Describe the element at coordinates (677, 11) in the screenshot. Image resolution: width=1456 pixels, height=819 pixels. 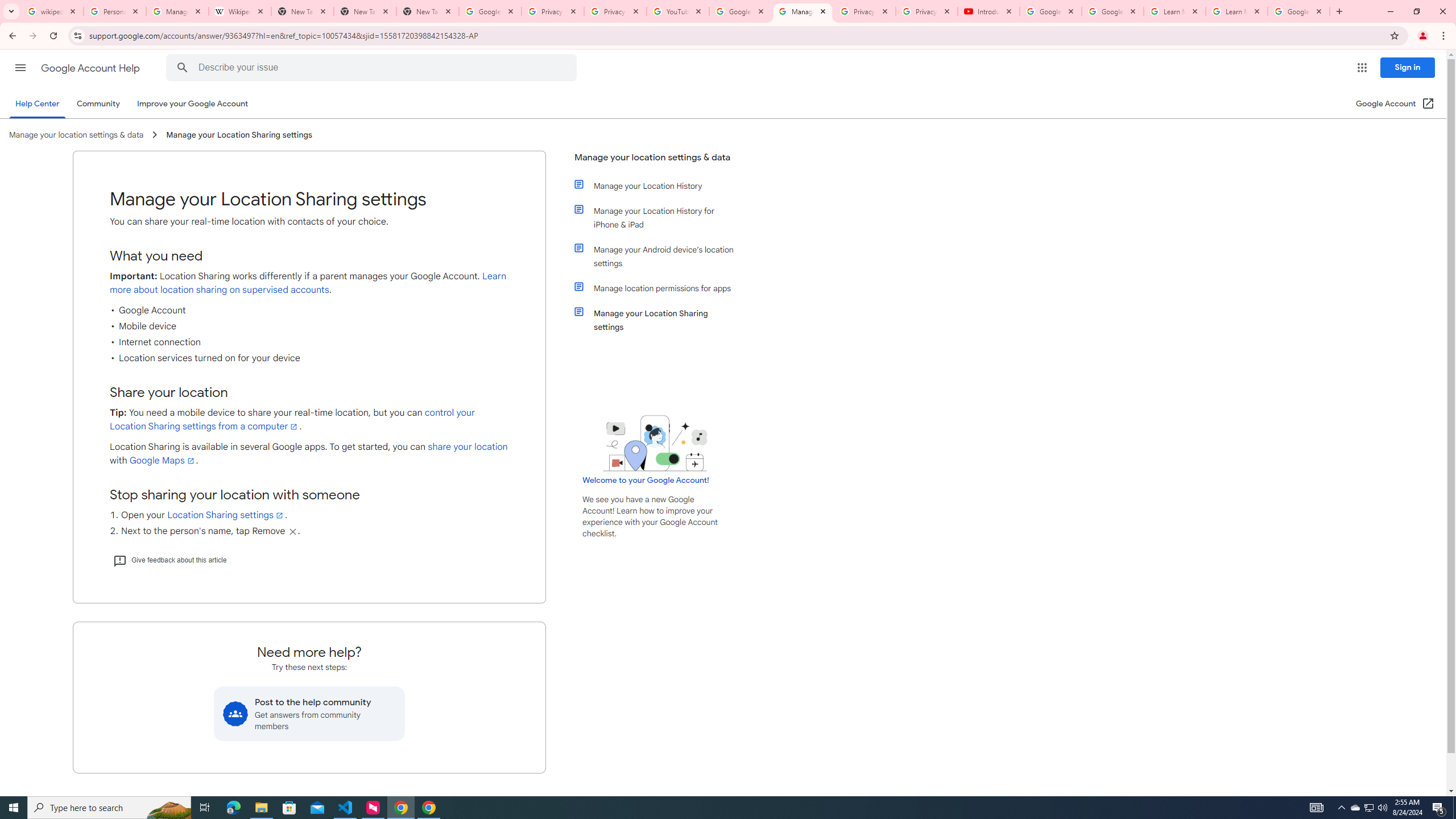
I see `'YouTube'` at that location.